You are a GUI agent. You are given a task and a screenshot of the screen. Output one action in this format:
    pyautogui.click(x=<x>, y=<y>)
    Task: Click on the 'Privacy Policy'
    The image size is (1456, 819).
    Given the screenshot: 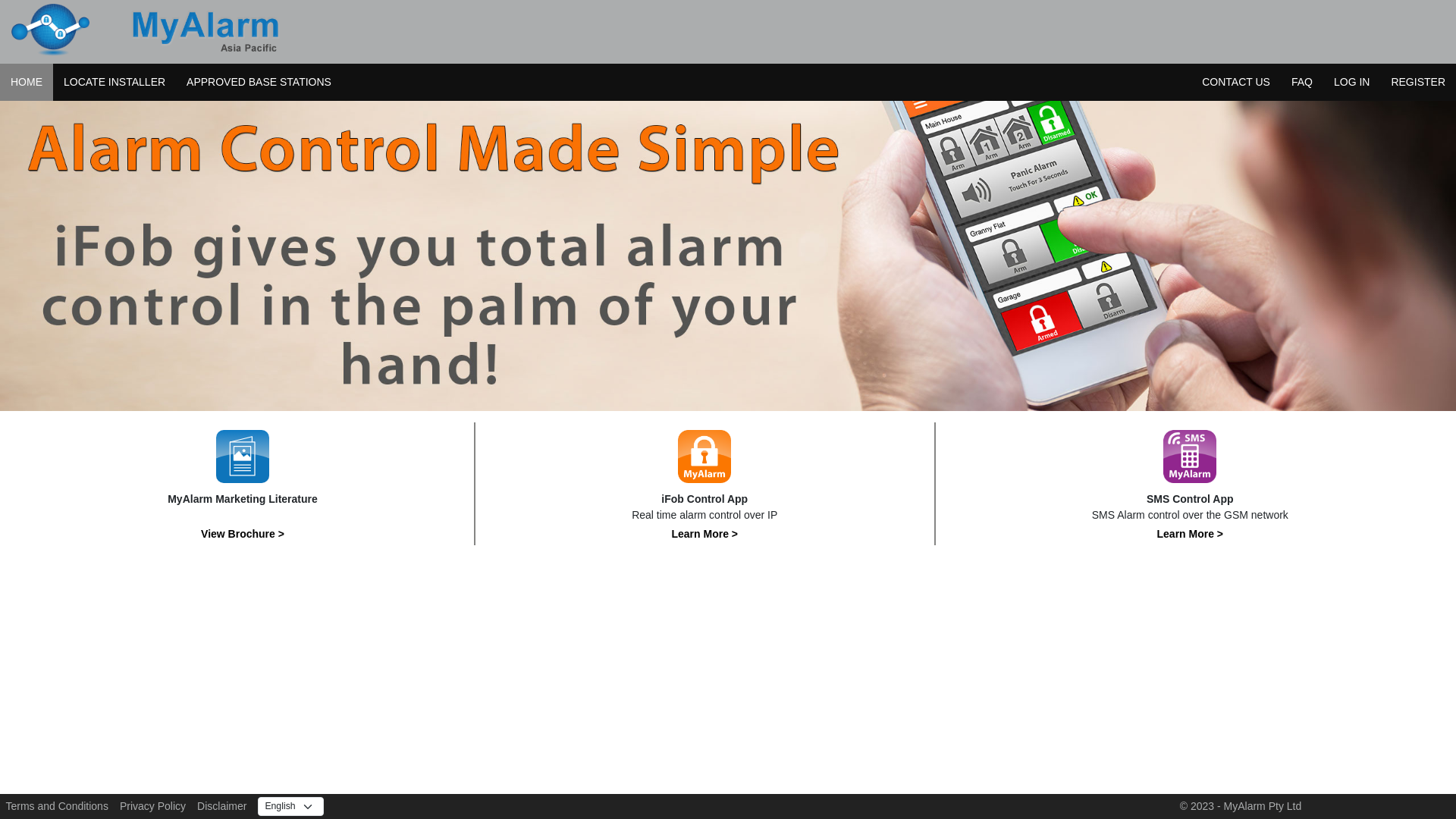 What is the action you would take?
    pyautogui.click(x=152, y=805)
    